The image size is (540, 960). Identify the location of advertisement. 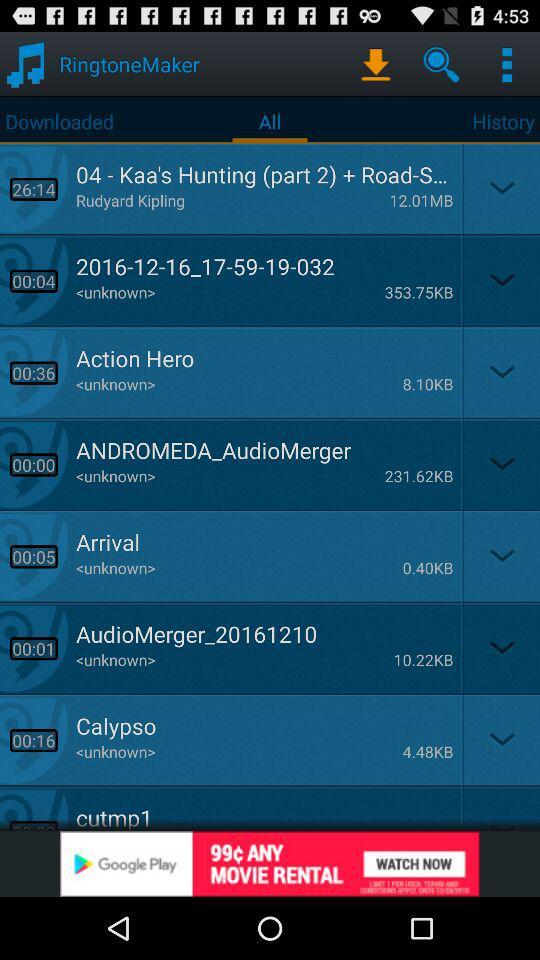
(270, 863).